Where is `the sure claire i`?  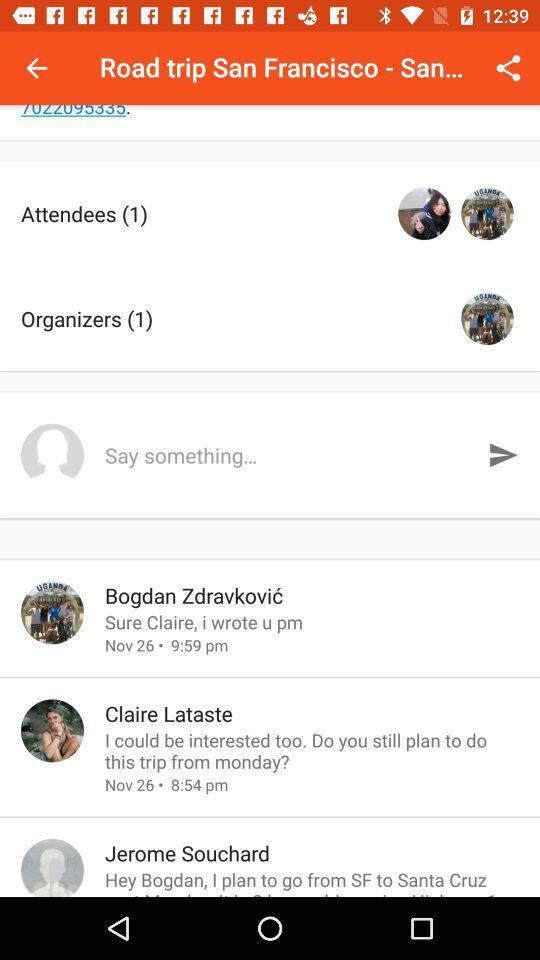
the sure claire i is located at coordinates (312, 621).